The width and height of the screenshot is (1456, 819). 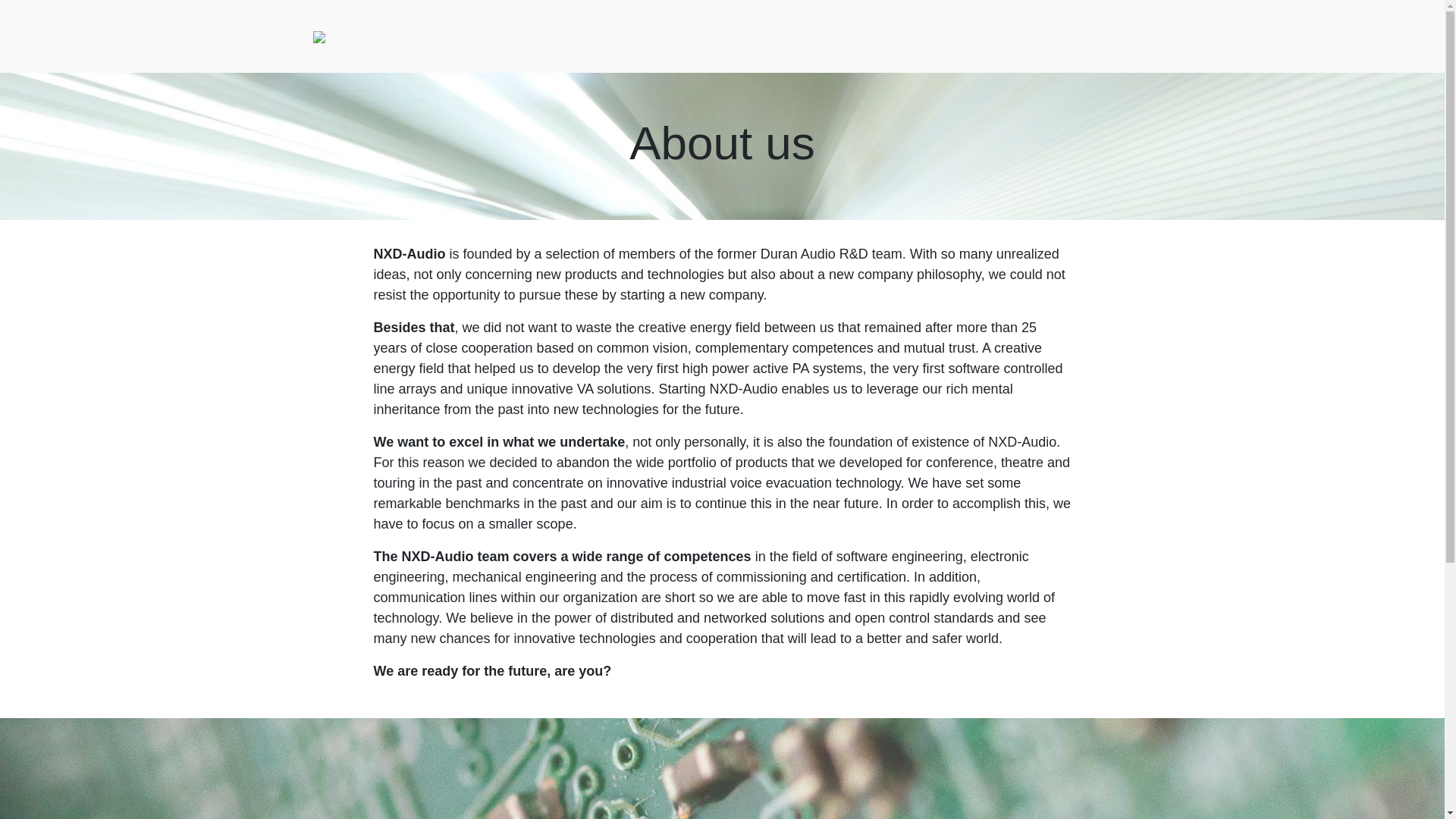 I want to click on 'NXD-Audio', so click(x=318, y=35).